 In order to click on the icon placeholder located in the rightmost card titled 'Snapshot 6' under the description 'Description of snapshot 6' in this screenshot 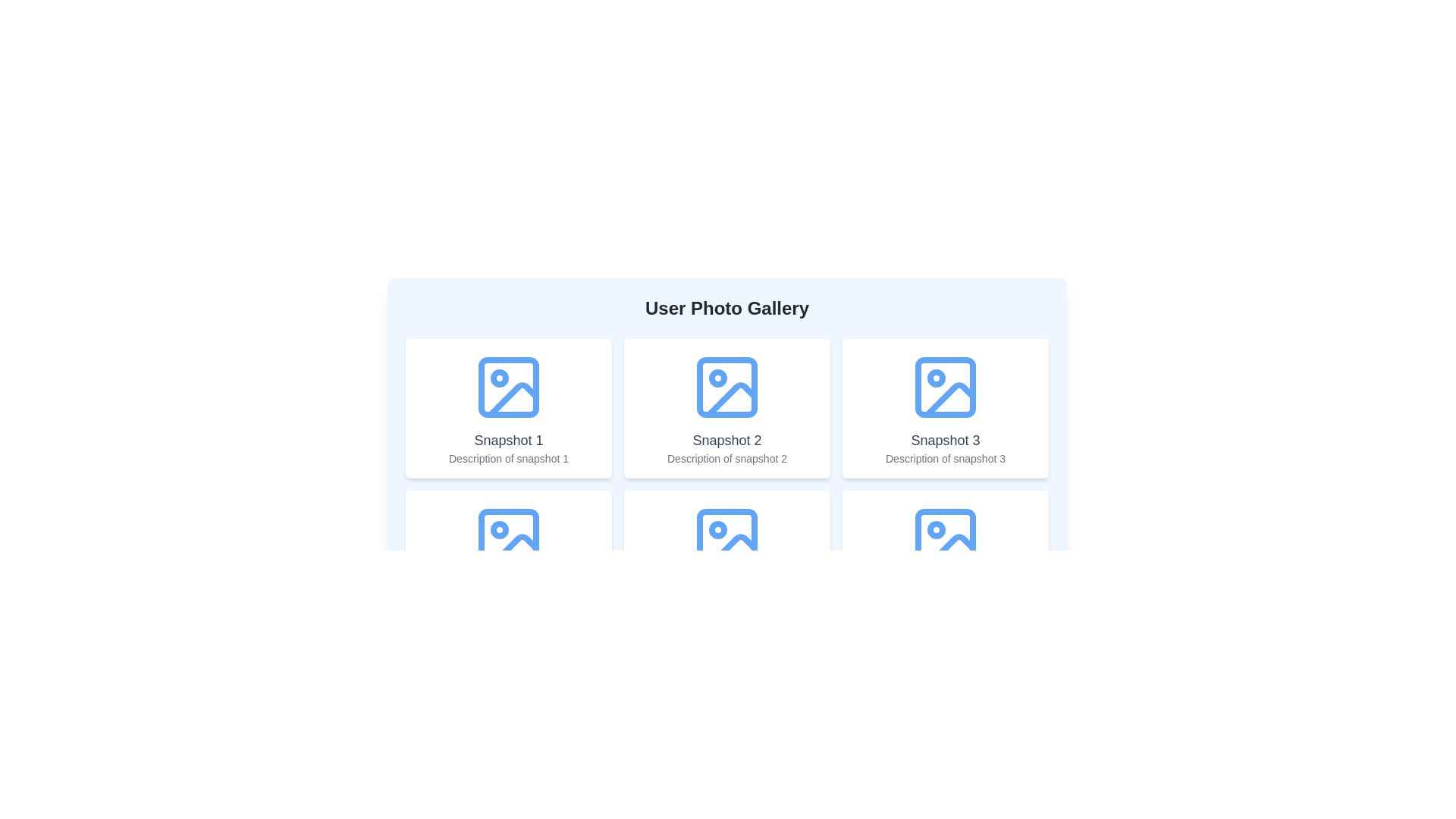, I will do `click(945, 538)`.